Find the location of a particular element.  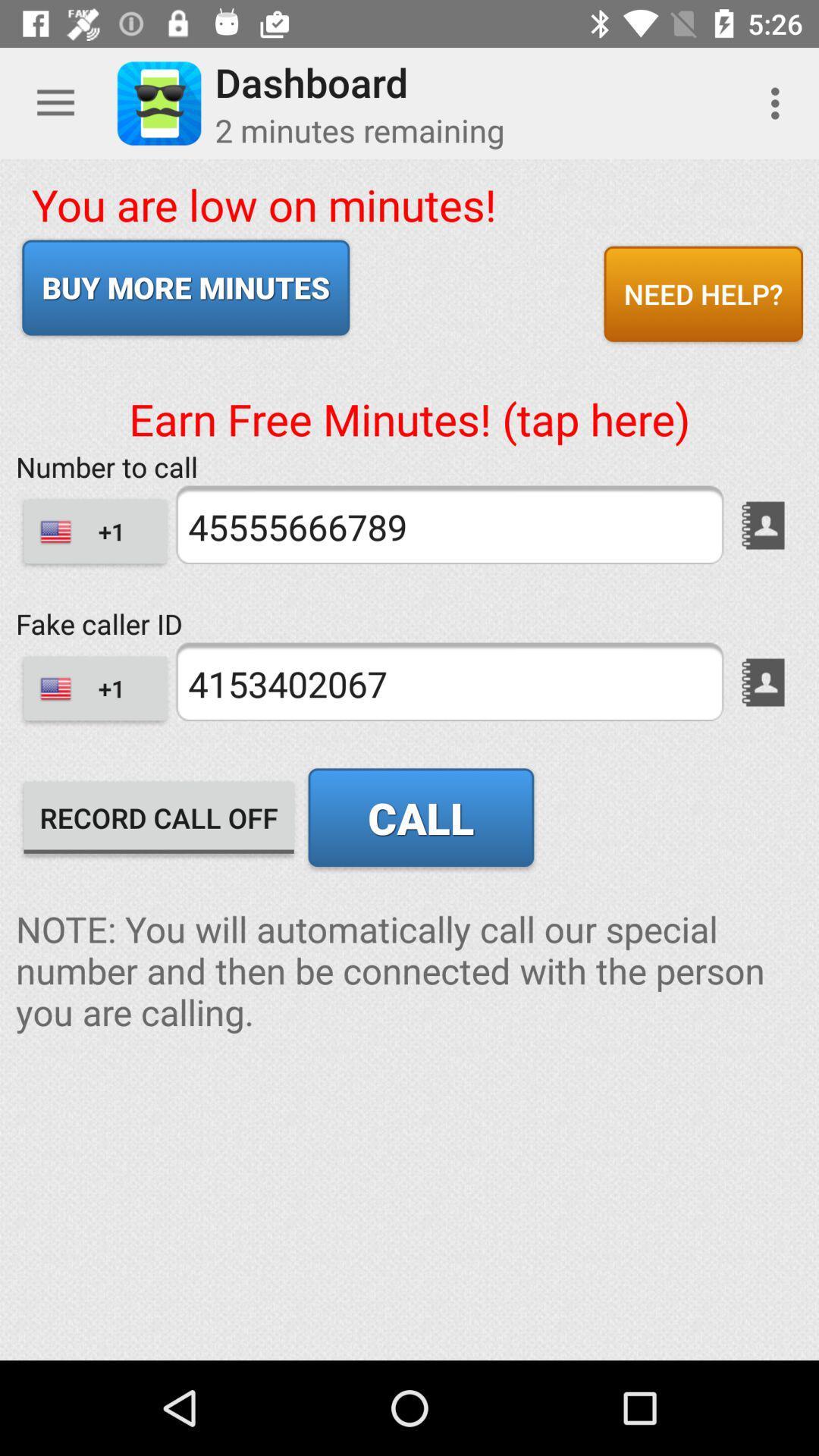

open contacts is located at coordinates (763, 525).